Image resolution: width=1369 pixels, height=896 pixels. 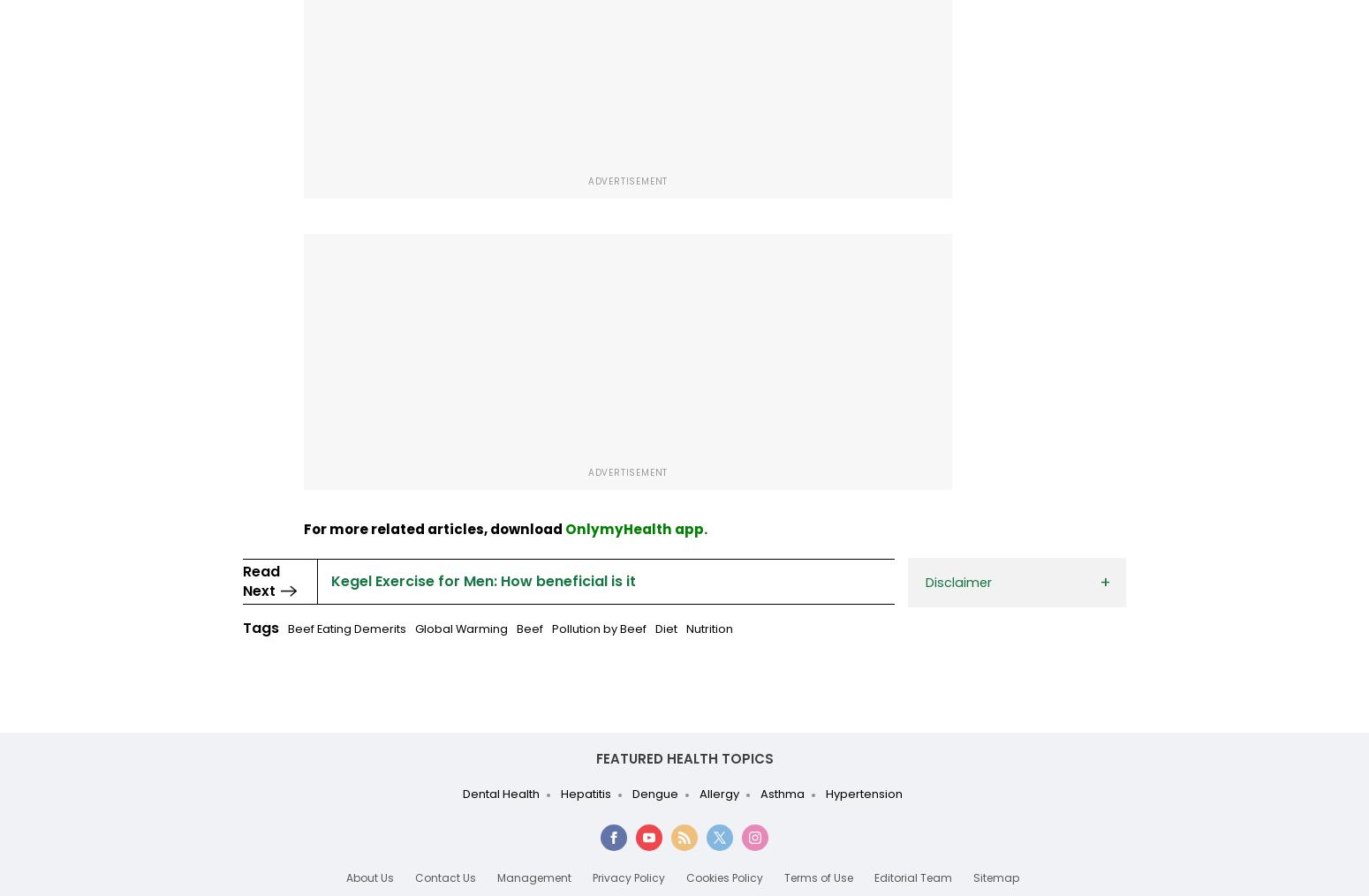 What do you see at coordinates (261, 569) in the screenshot?
I see `'Read'` at bounding box center [261, 569].